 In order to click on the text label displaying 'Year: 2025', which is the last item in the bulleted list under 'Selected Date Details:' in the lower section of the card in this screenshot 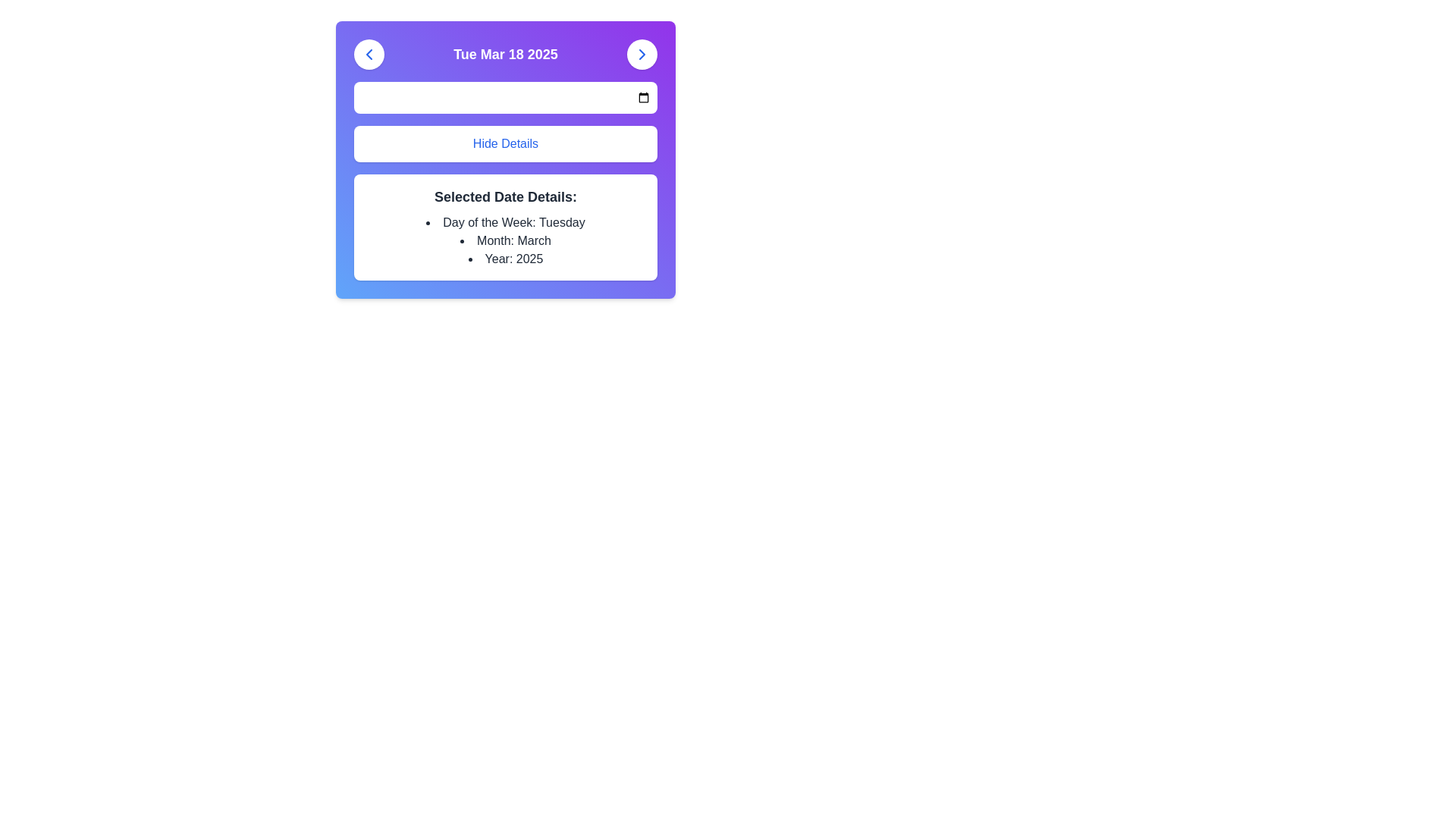, I will do `click(506, 259)`.